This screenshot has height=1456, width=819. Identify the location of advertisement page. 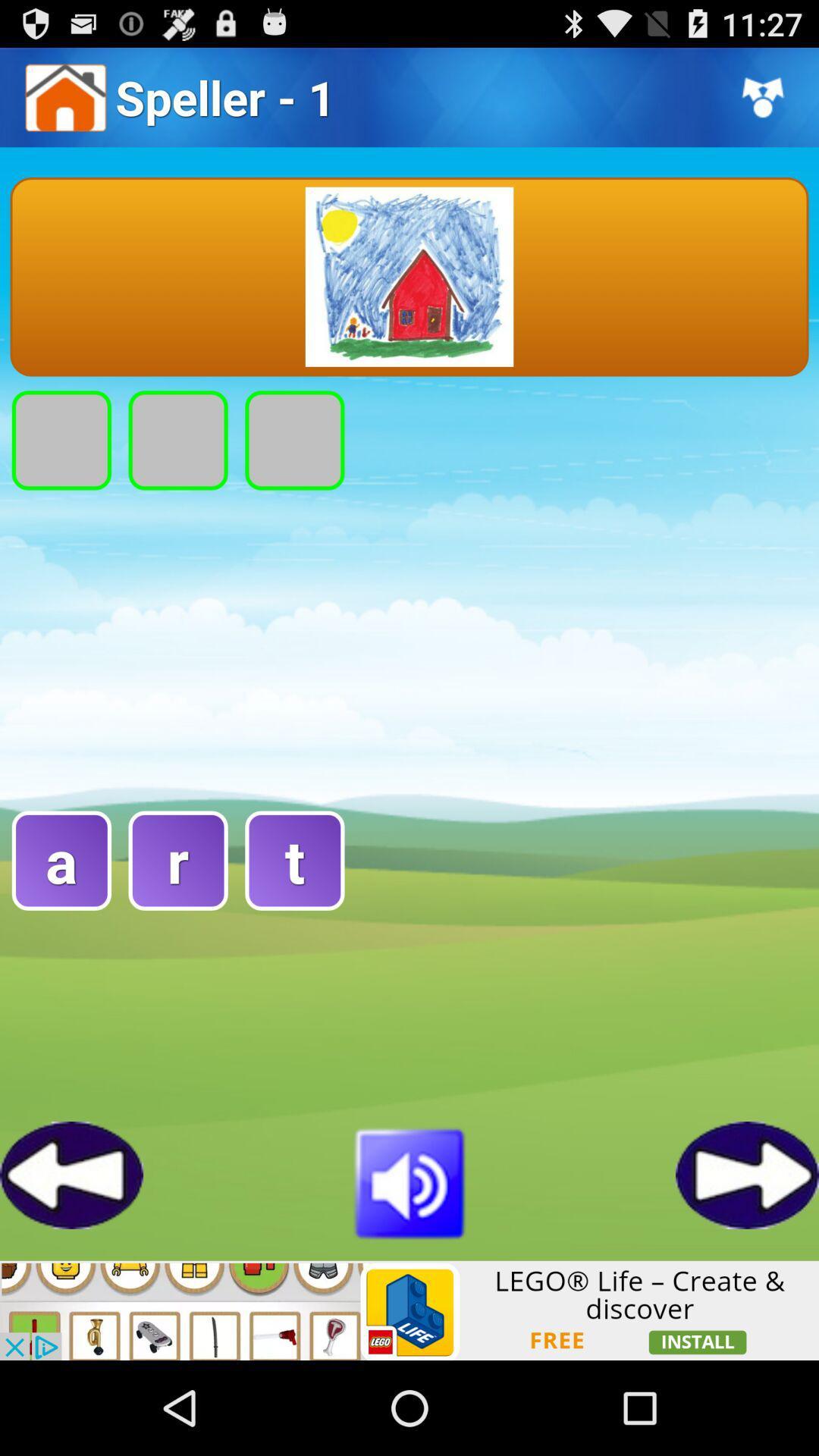
(409, 1310).